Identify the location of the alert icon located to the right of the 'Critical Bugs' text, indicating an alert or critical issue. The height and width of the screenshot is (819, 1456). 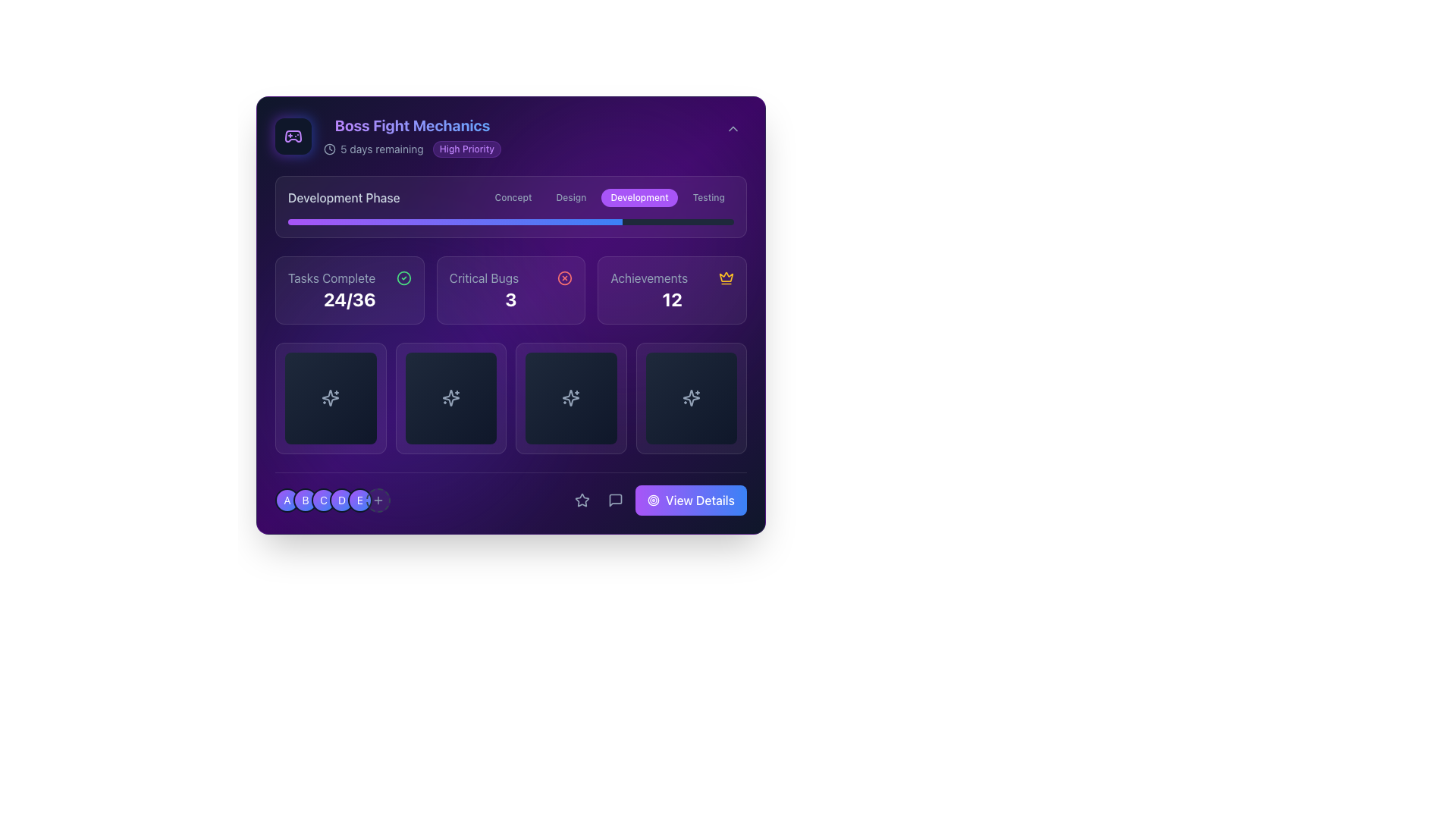
(564, 278).